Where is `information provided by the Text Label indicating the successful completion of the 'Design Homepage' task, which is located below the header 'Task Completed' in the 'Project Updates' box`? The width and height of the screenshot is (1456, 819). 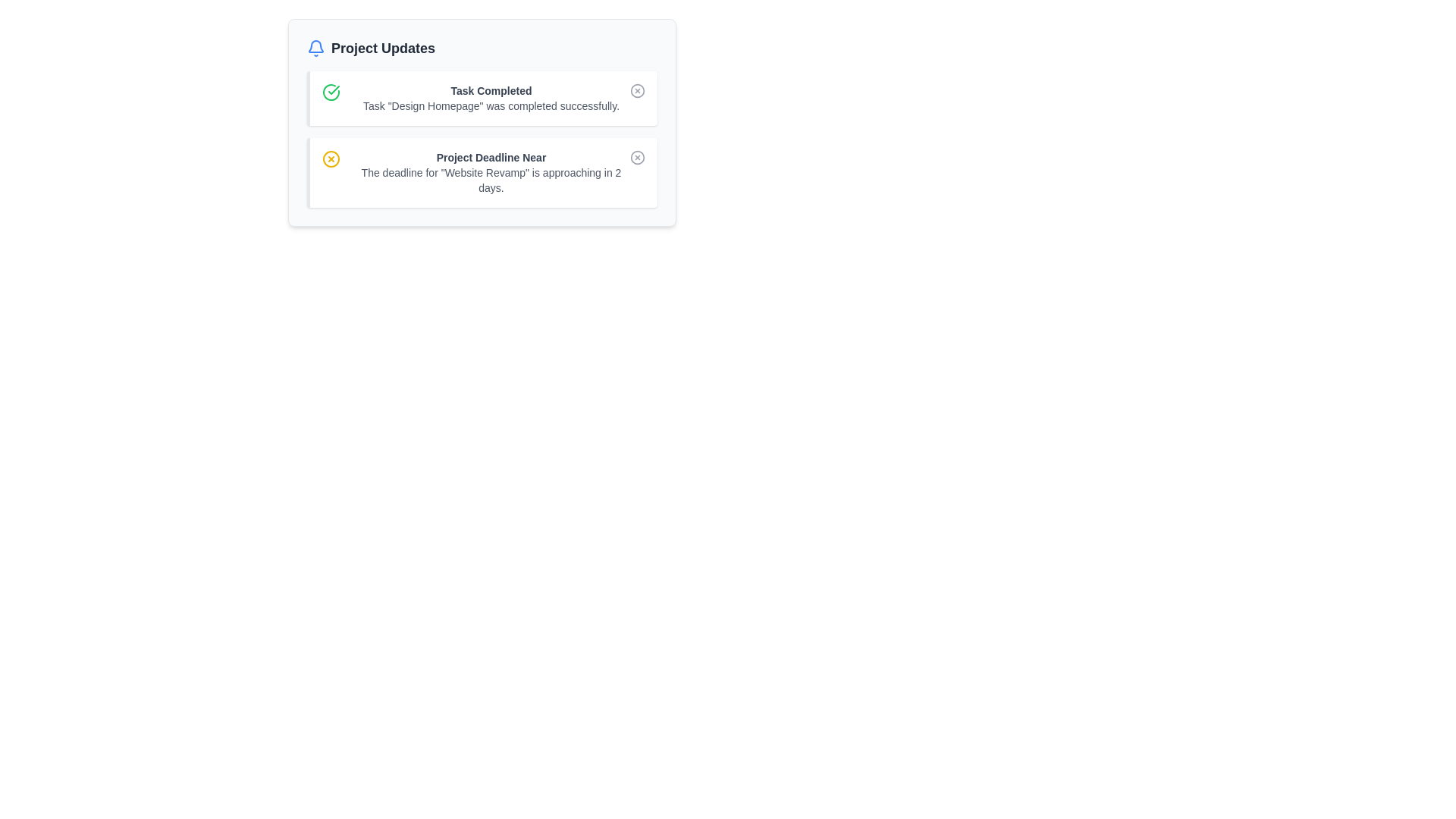 information provided by the Text Label indicating the successful completion of the 'Design Homepage' task, which is located below the header 'Task Completed' in the 'Project Updates' box is located at coordinates (491, 105).